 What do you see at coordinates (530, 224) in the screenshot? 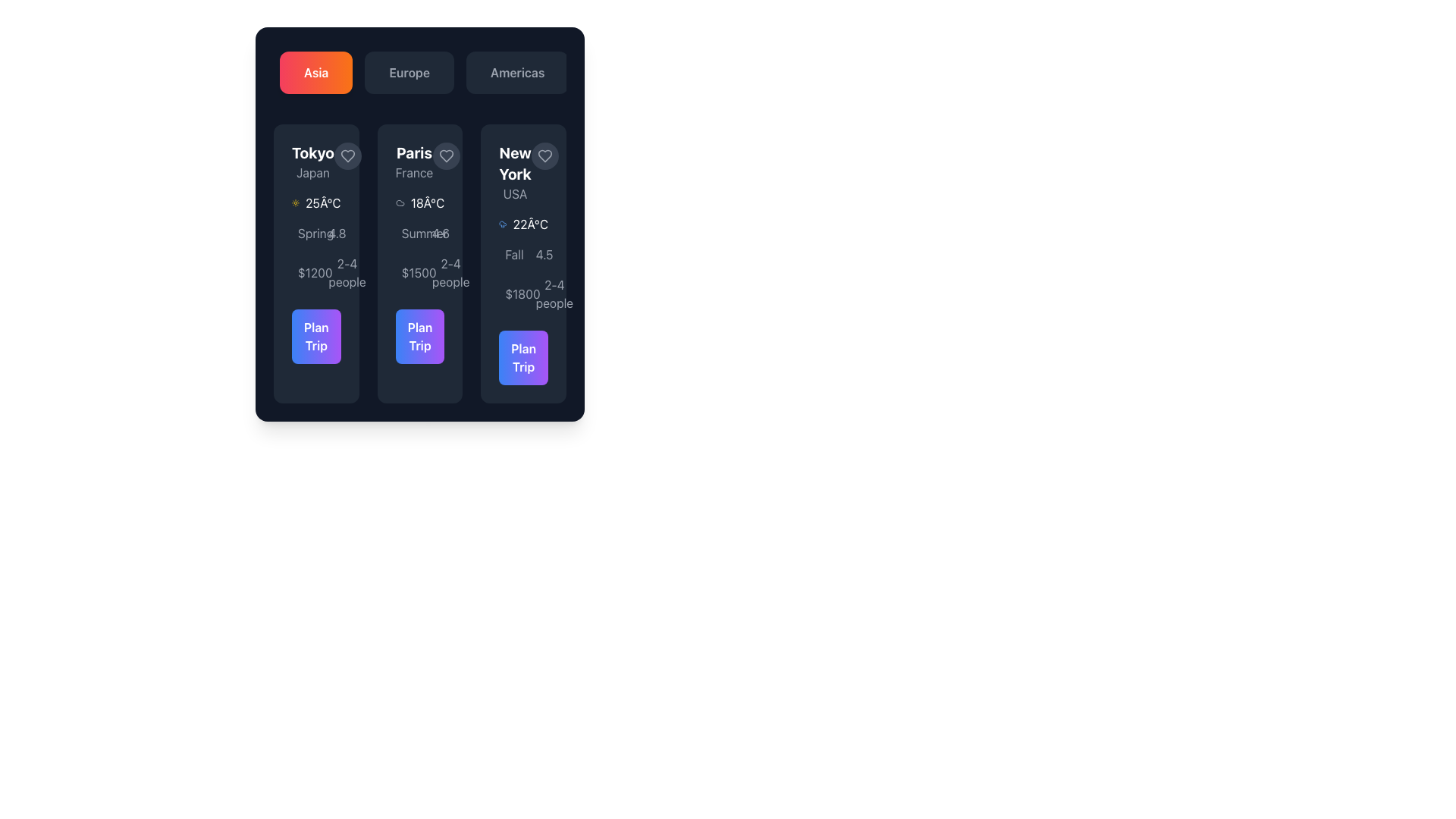
I see `the Text Label displaying '22Â°C' within the 'New York, USA' card, located in the middle column of weather cards` at bounding box center [530, 224].